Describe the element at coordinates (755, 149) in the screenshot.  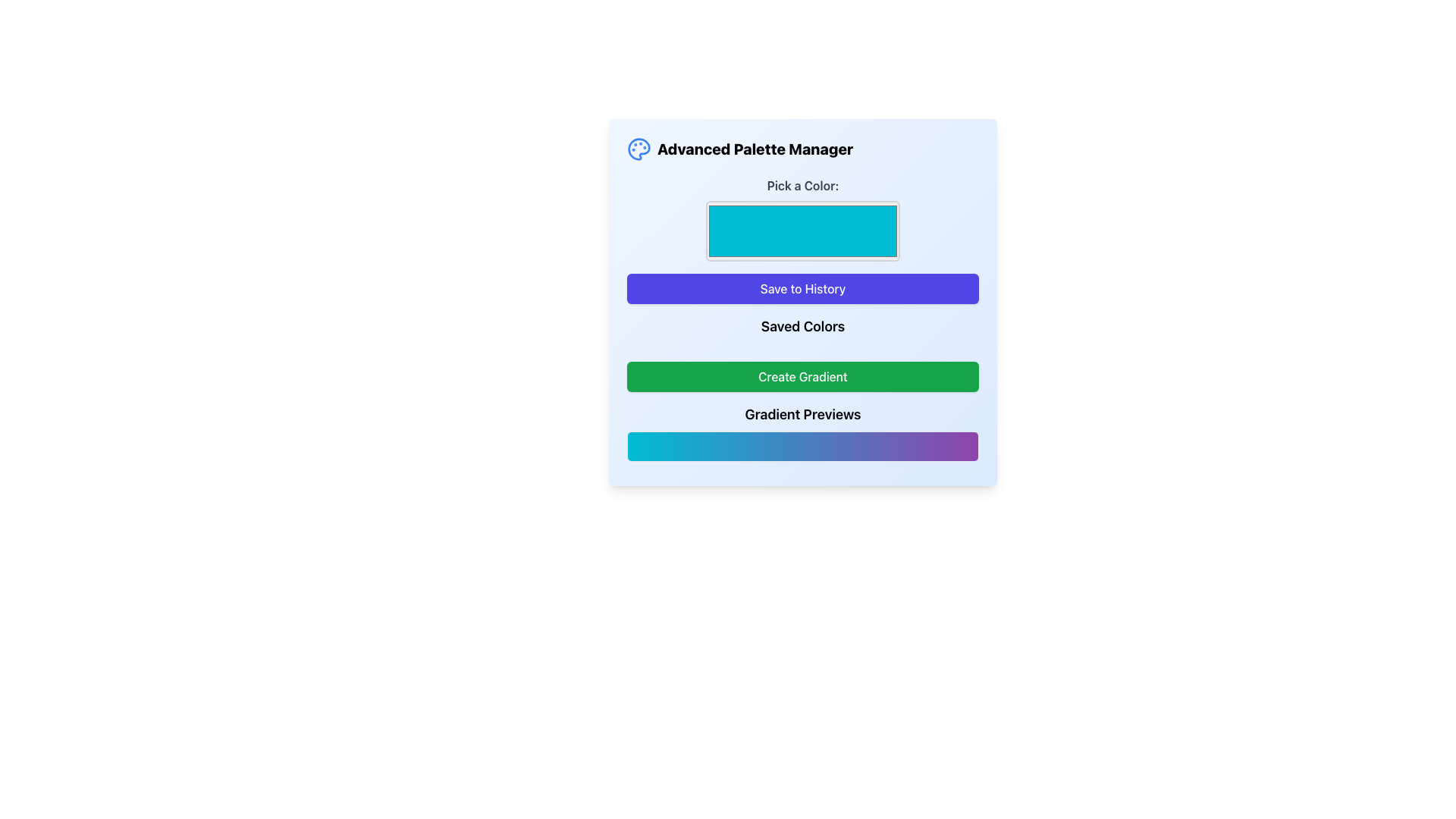
I see `the 'Advanced Palette Manager' text label, which is prominently displayed at the top of a UI card, adjacent to a palette icon on its left` at that location.